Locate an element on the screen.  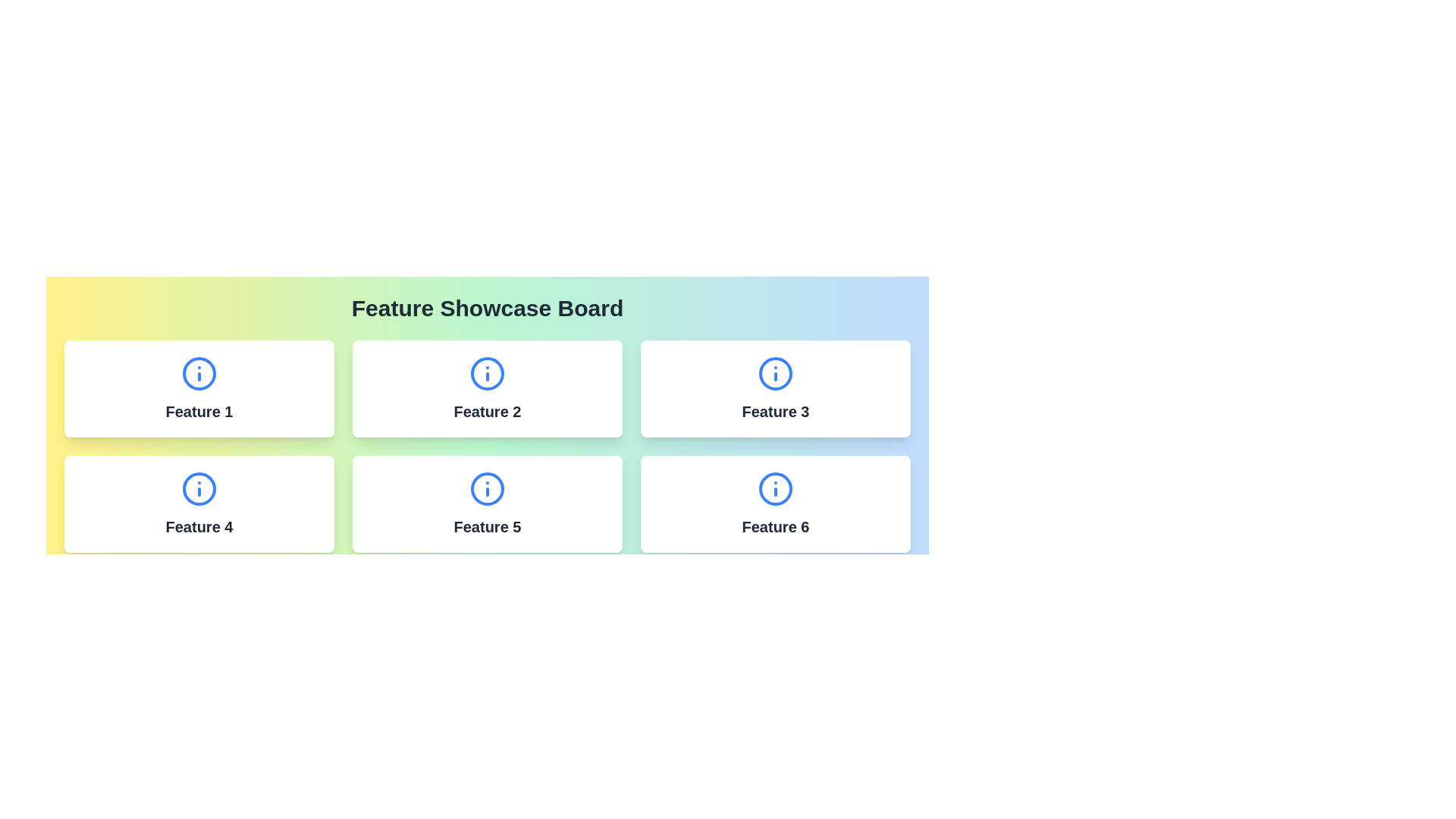
the third card in the top row displaying a blue circled 'i' icon and bold text 'Feature 3' is located at coordinates (775, 388).